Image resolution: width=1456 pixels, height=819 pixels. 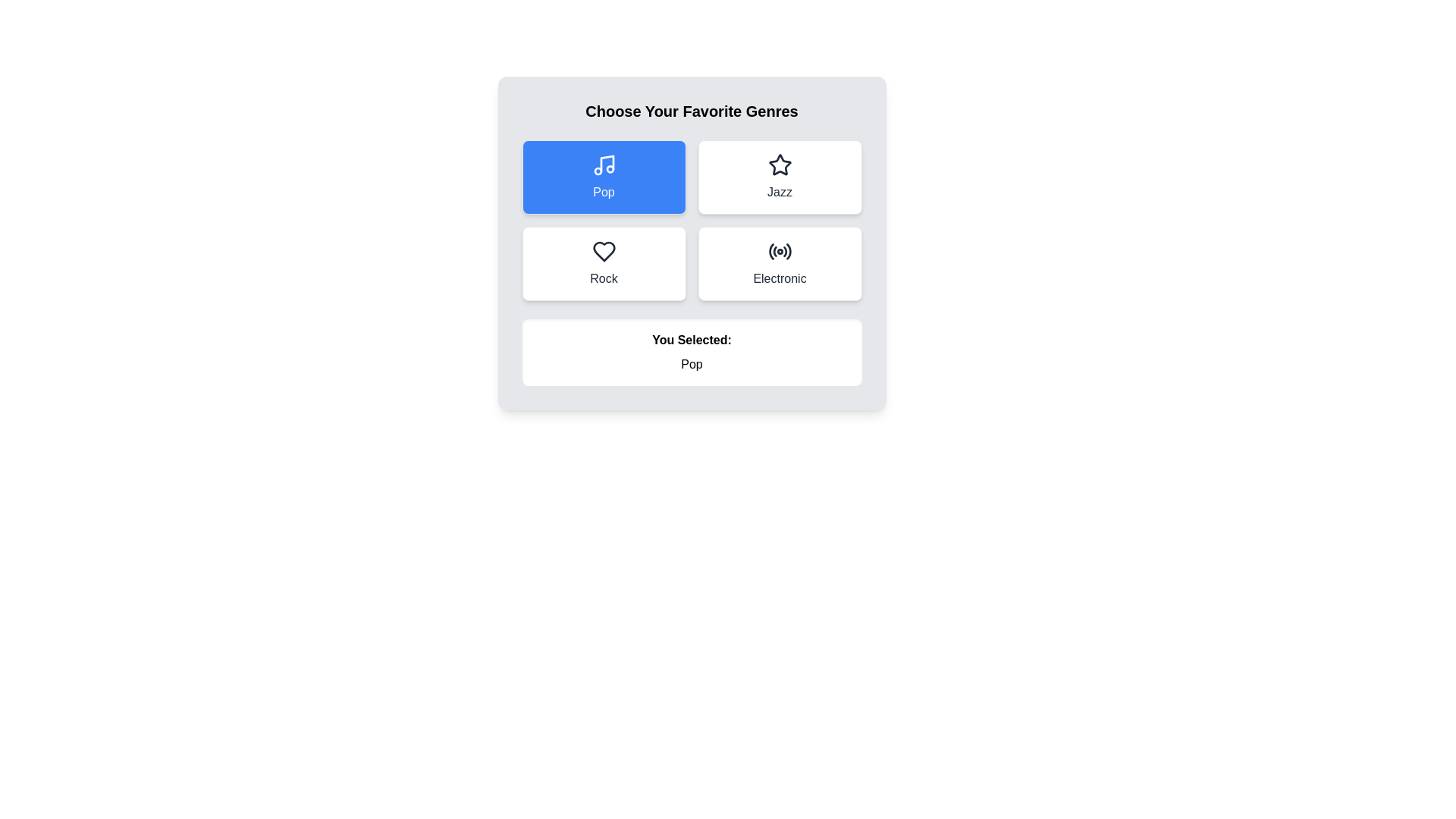 I want to click on the genre Rock by clicking its button, so click(x=603, y=262).